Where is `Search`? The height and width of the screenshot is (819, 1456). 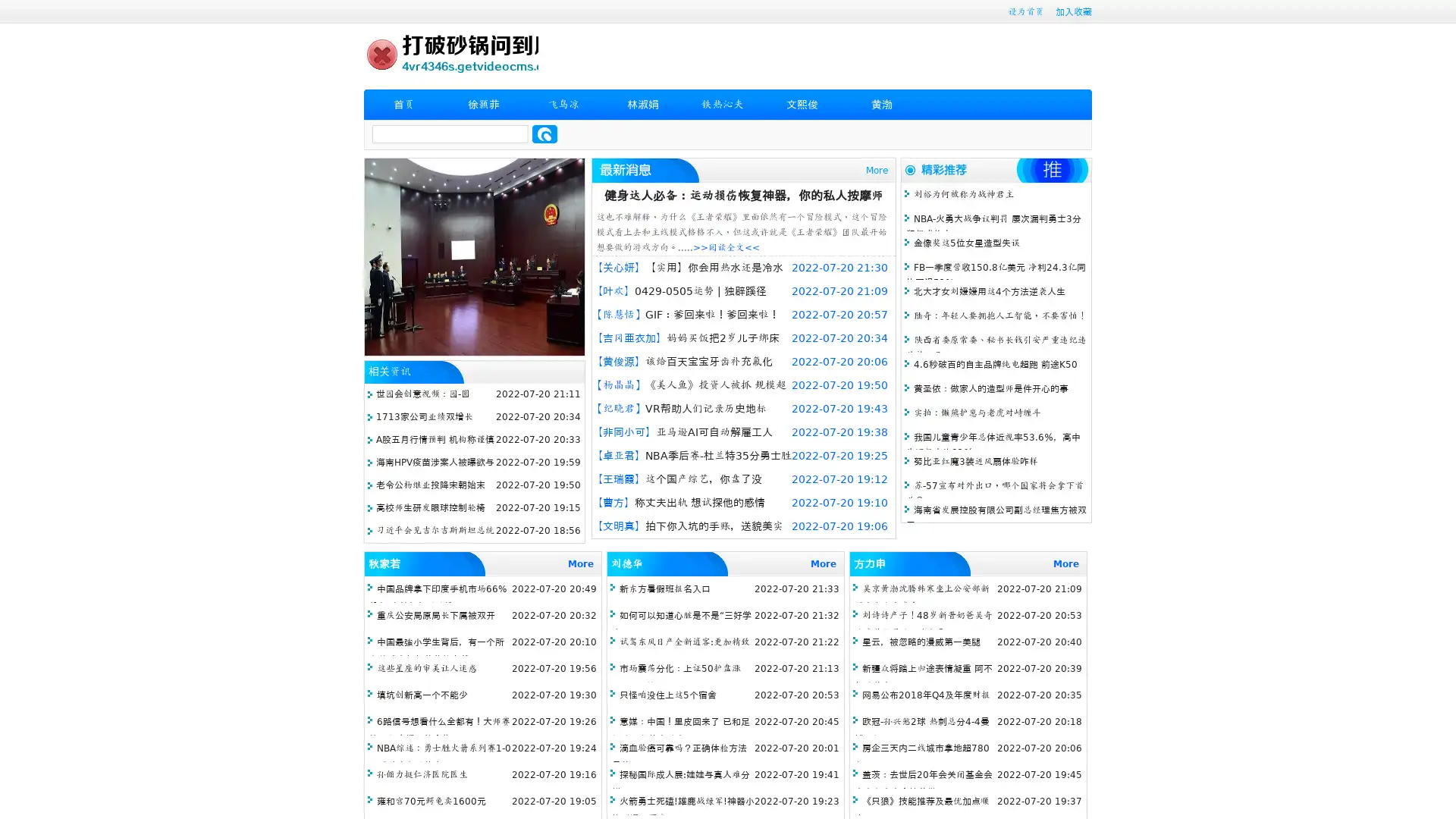 Search is located at coordinates (544, 133).